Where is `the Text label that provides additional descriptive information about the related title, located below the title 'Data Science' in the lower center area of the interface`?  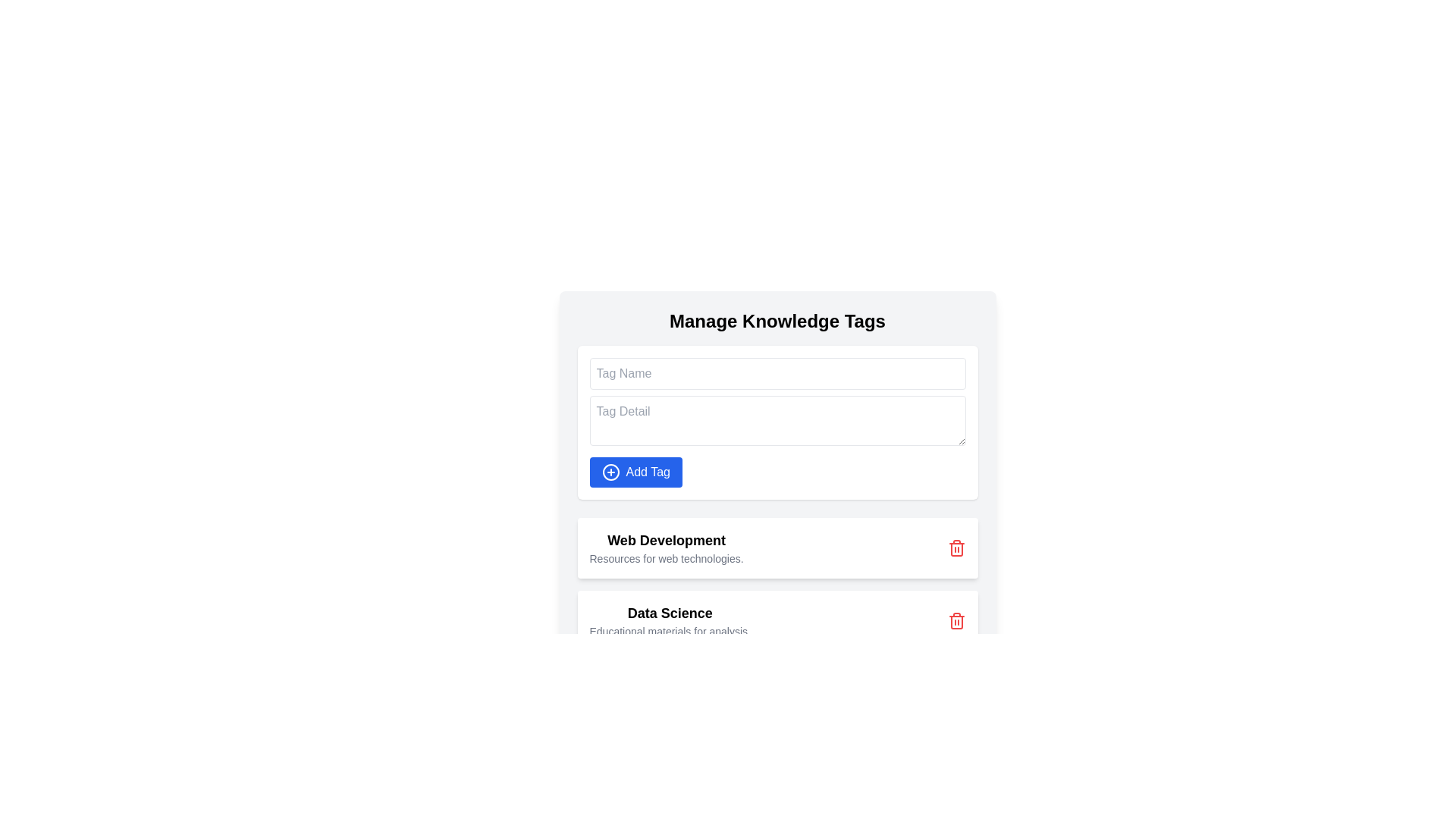 the Text label that provides additional descriptive information about the related title, located below the title 'Data Science' in the lower center area of the interface is located at coordinates (669, 632).